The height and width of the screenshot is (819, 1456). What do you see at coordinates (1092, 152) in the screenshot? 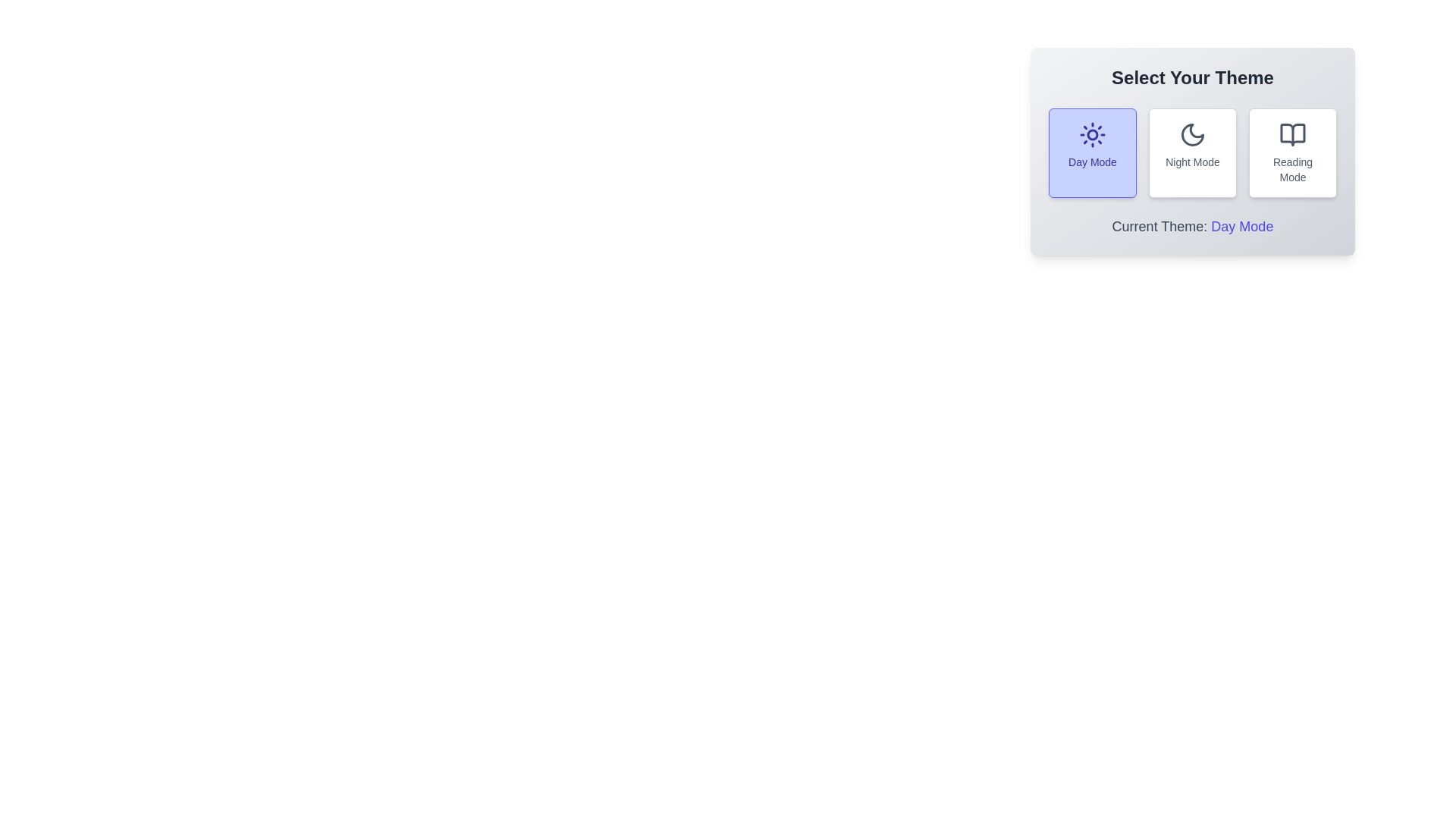
I see `the button corresponding to Day mode` at bounding box center [1092, 152].